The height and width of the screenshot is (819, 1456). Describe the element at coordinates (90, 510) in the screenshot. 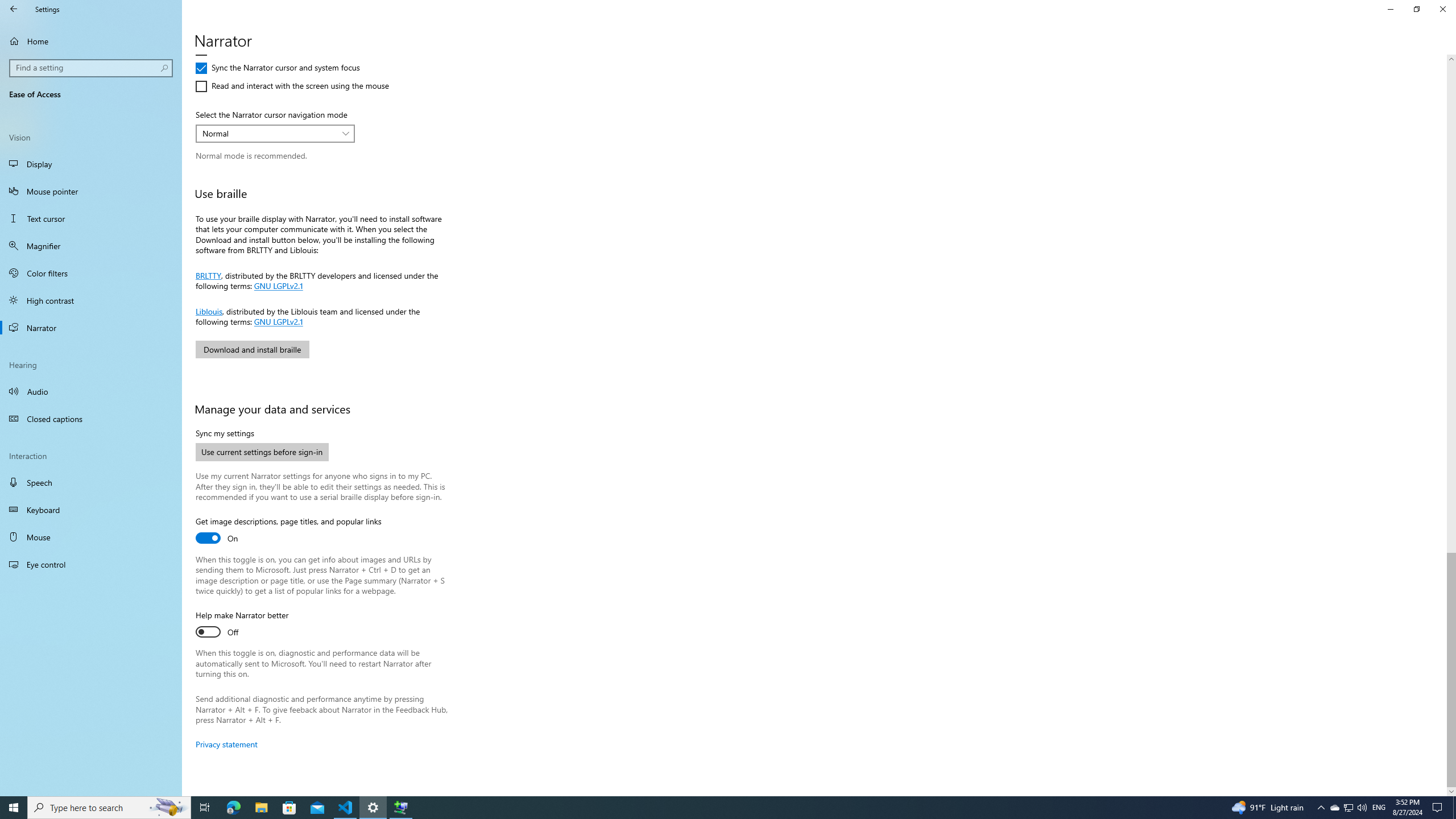

I see `'Keyboard'` at that location.